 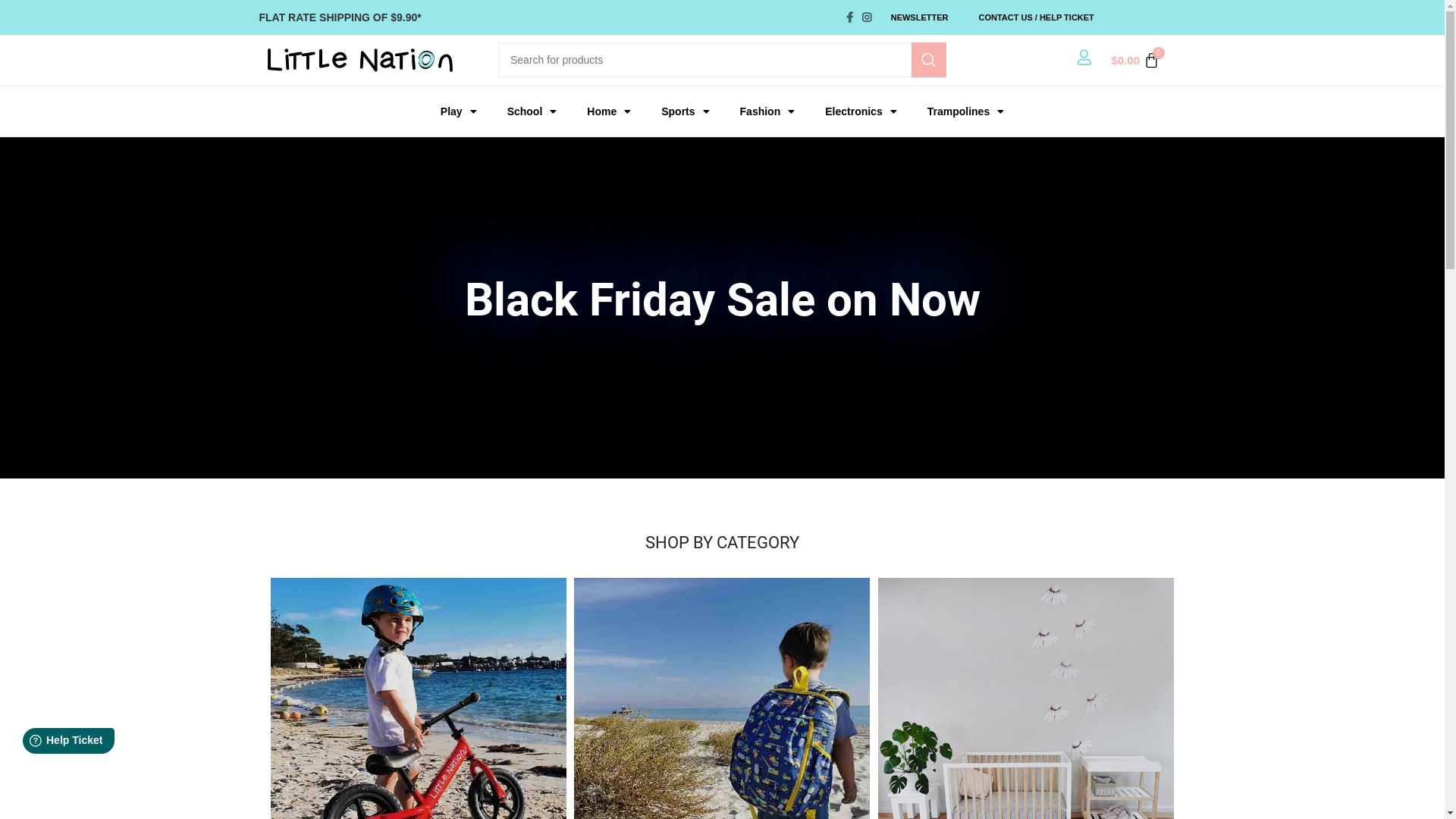 What do you see at coordinates (608, 110) in the screenshot?
I see `'Home'` at bounding box center [608, 110].